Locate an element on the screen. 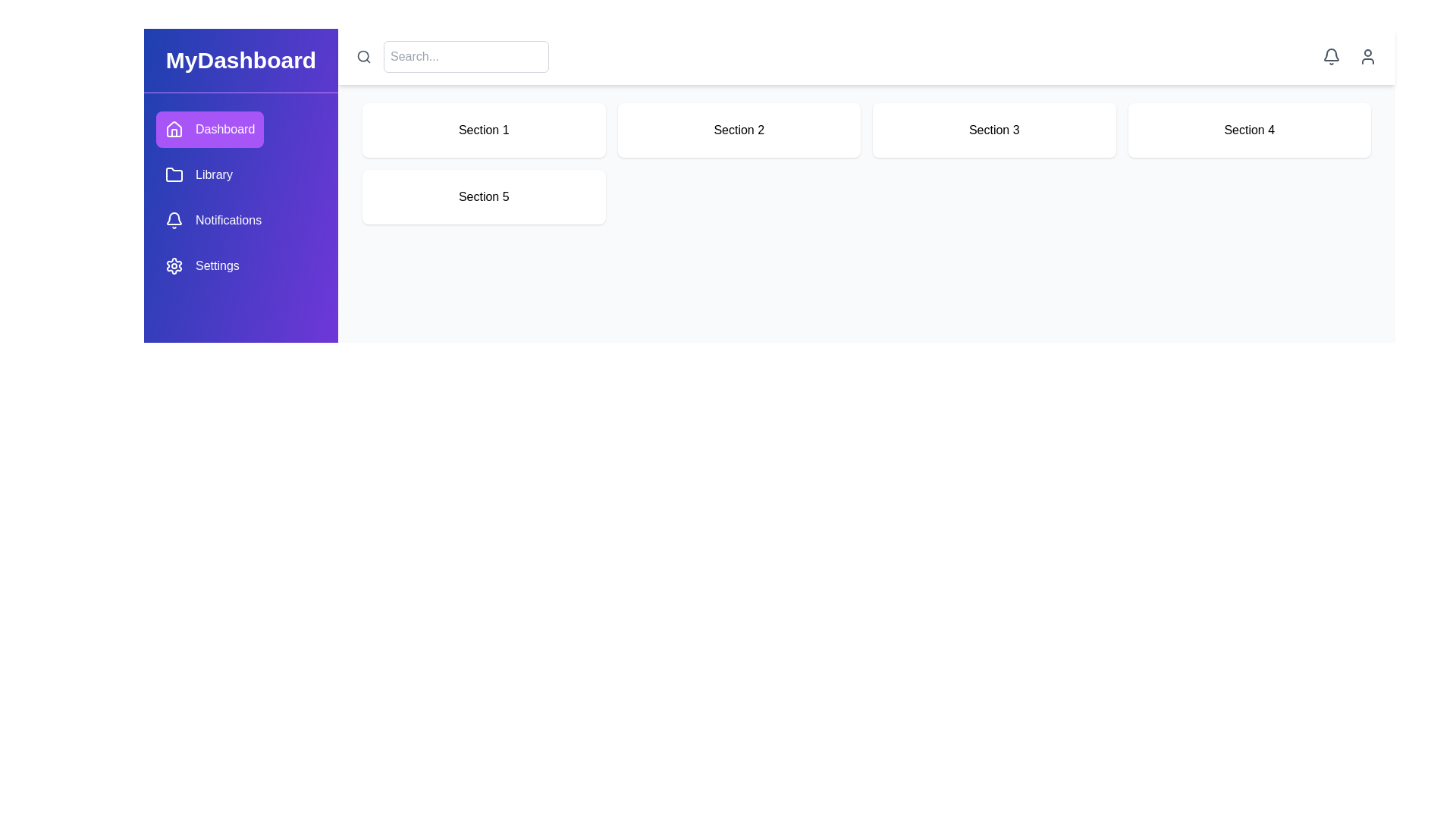 This screenshot has height=819, width=1456. the Text header in the top-left section of the vertical sidebar, which serves as the title for the sidebar navigation is located at coordinates (240, 60).